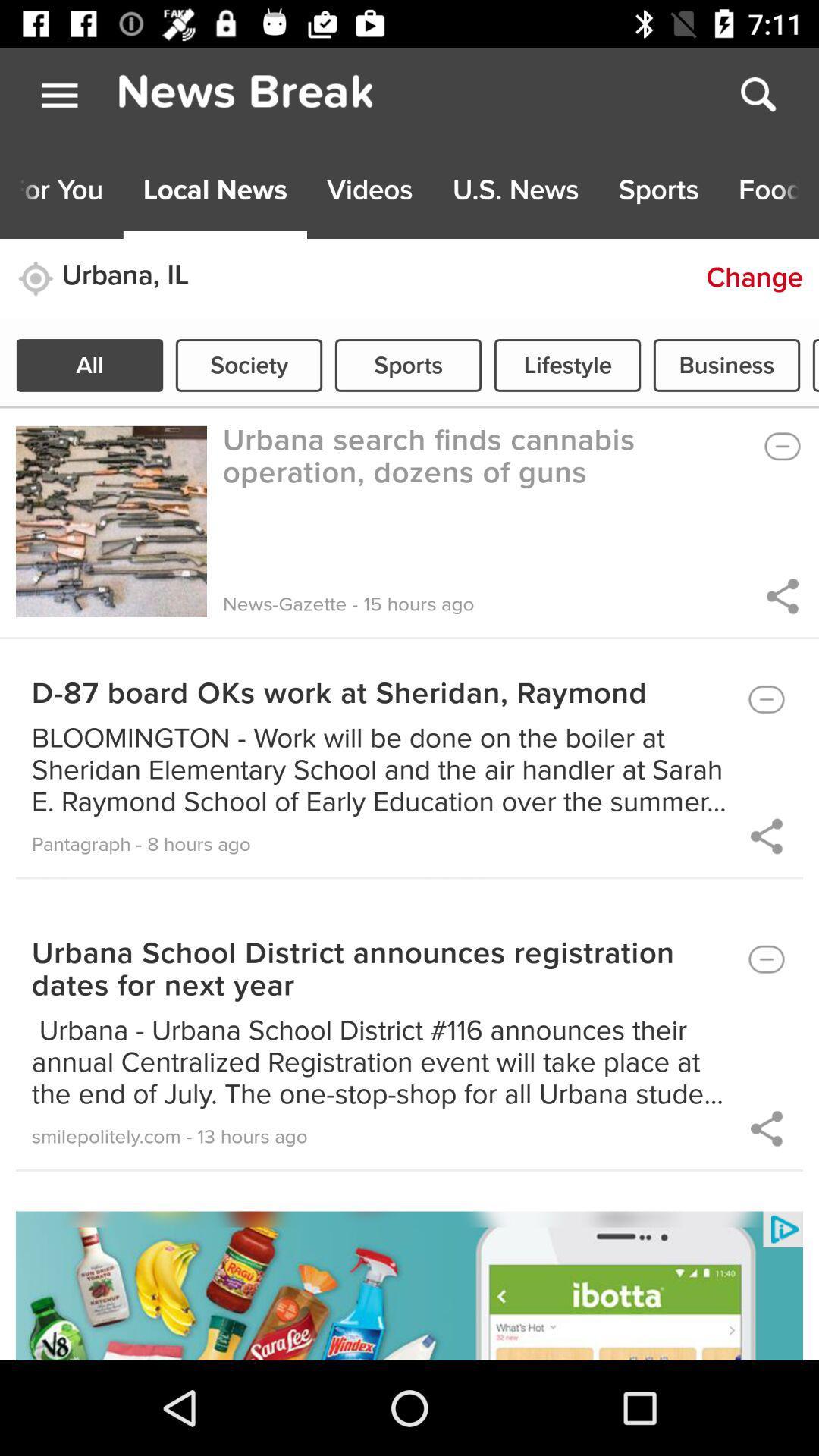 This screenshot has width=819, height=1456. What do you see at coordinates (215, 190) in the screenshot?
I see `the section button which is left to videos` at bounding box center [215, 190].